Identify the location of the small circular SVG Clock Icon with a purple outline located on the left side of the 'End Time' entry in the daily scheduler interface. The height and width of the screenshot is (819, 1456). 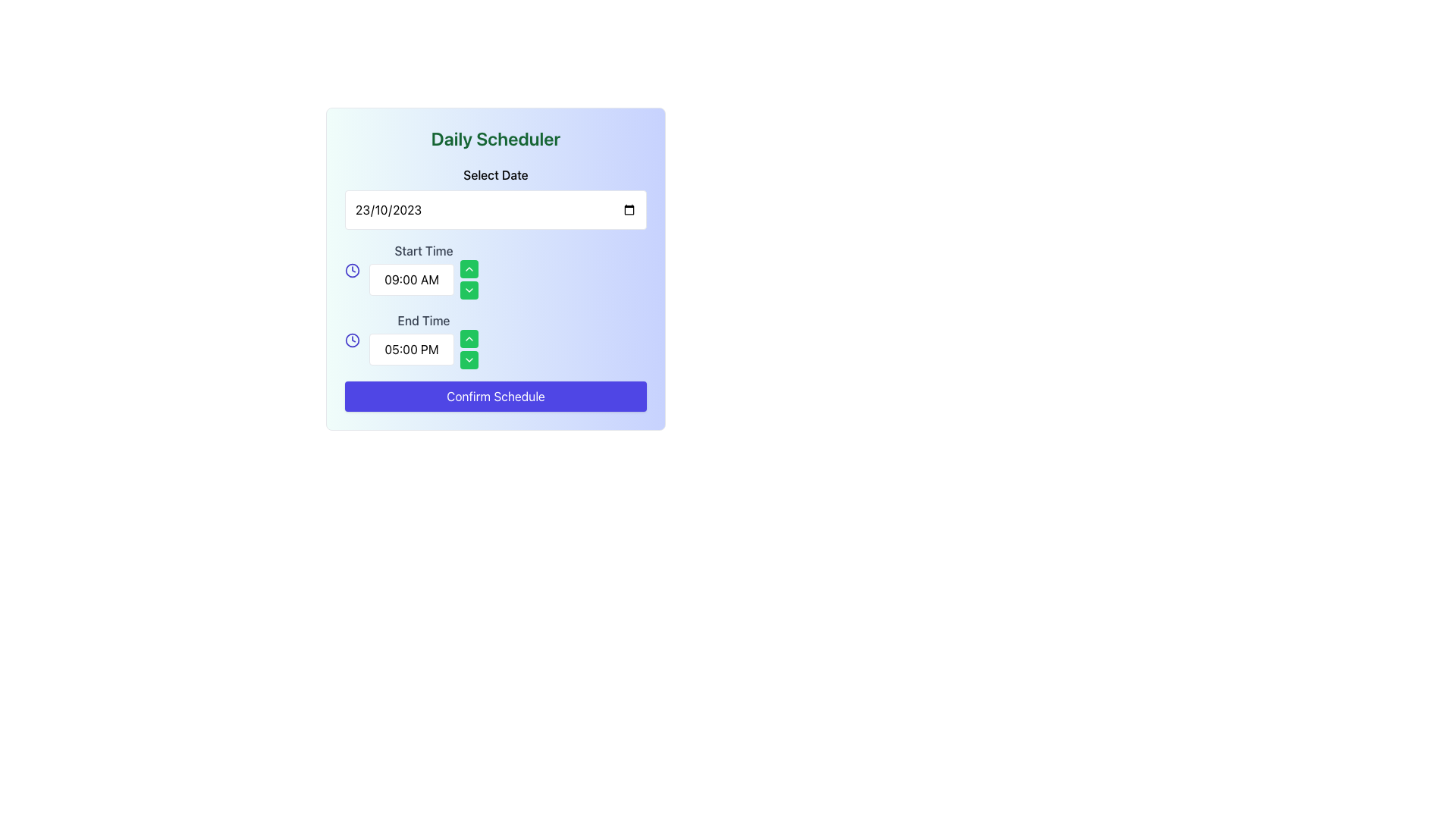
(352, 270).